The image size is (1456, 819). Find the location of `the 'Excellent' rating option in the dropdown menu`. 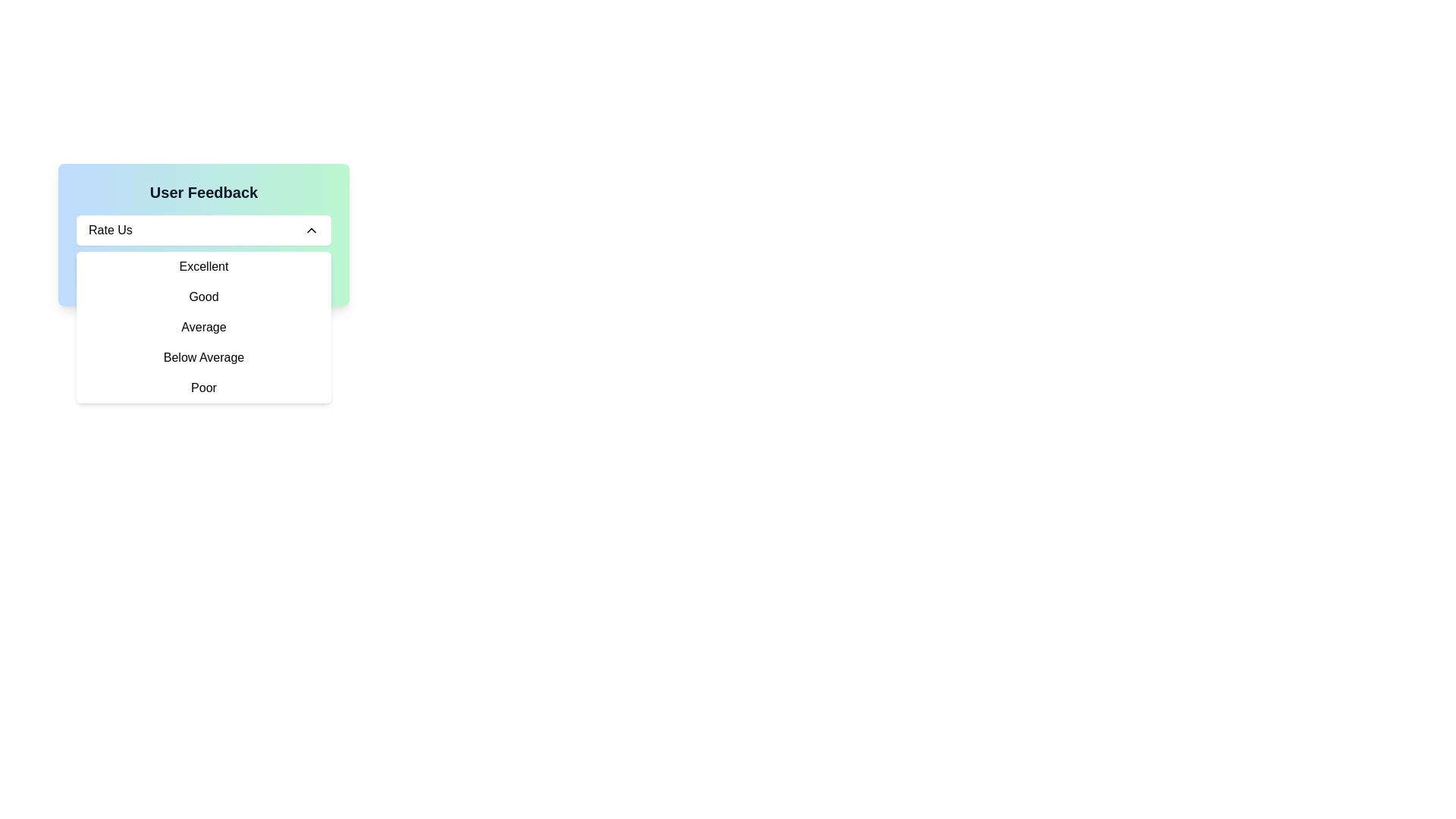

the 'Excellent' rating option in the dropdown menu is located at coordinates (202, 265).